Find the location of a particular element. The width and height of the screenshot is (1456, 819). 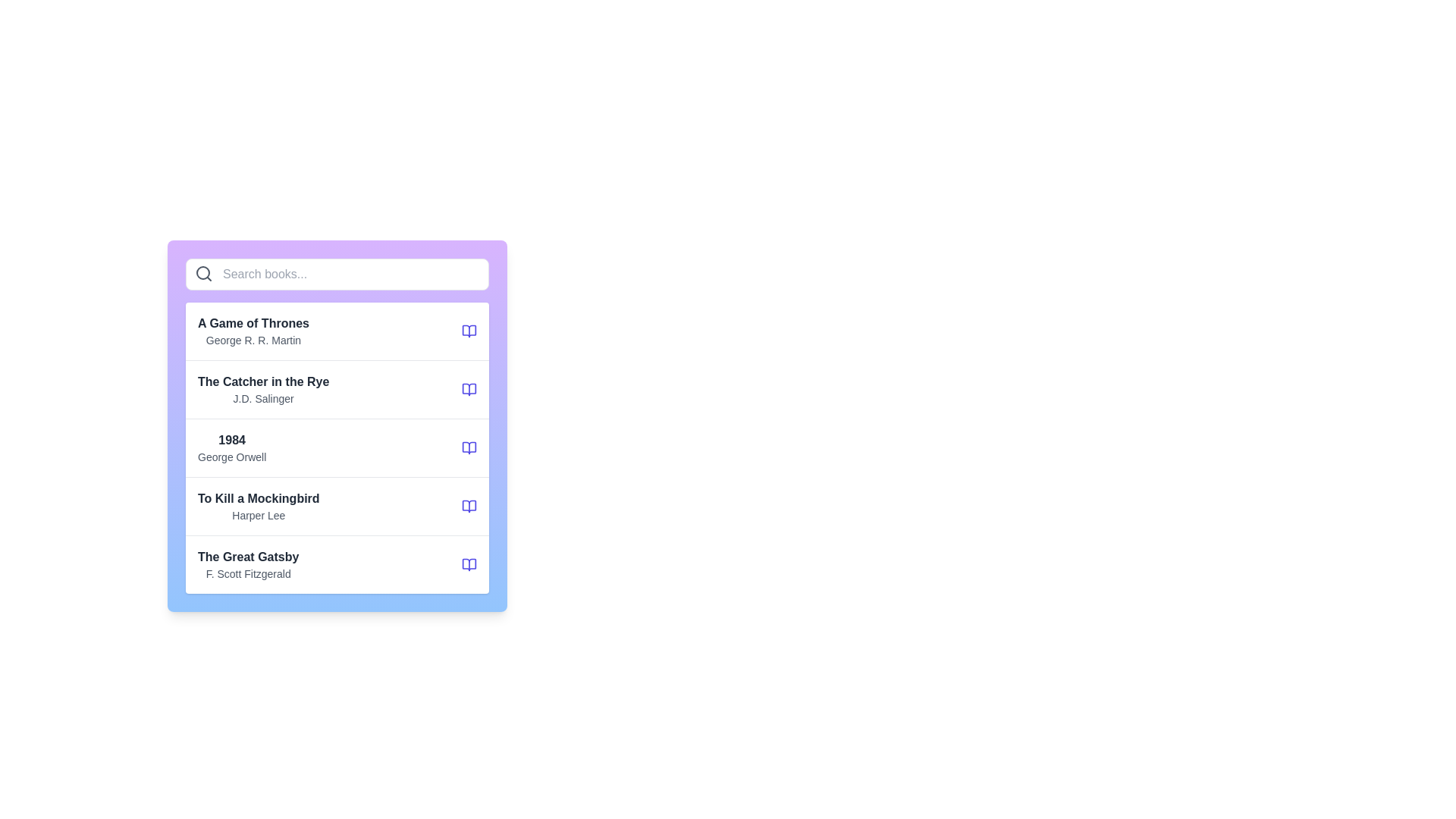

the fourth list item in the book search interface to view its details is located at coordinates (337, 506).